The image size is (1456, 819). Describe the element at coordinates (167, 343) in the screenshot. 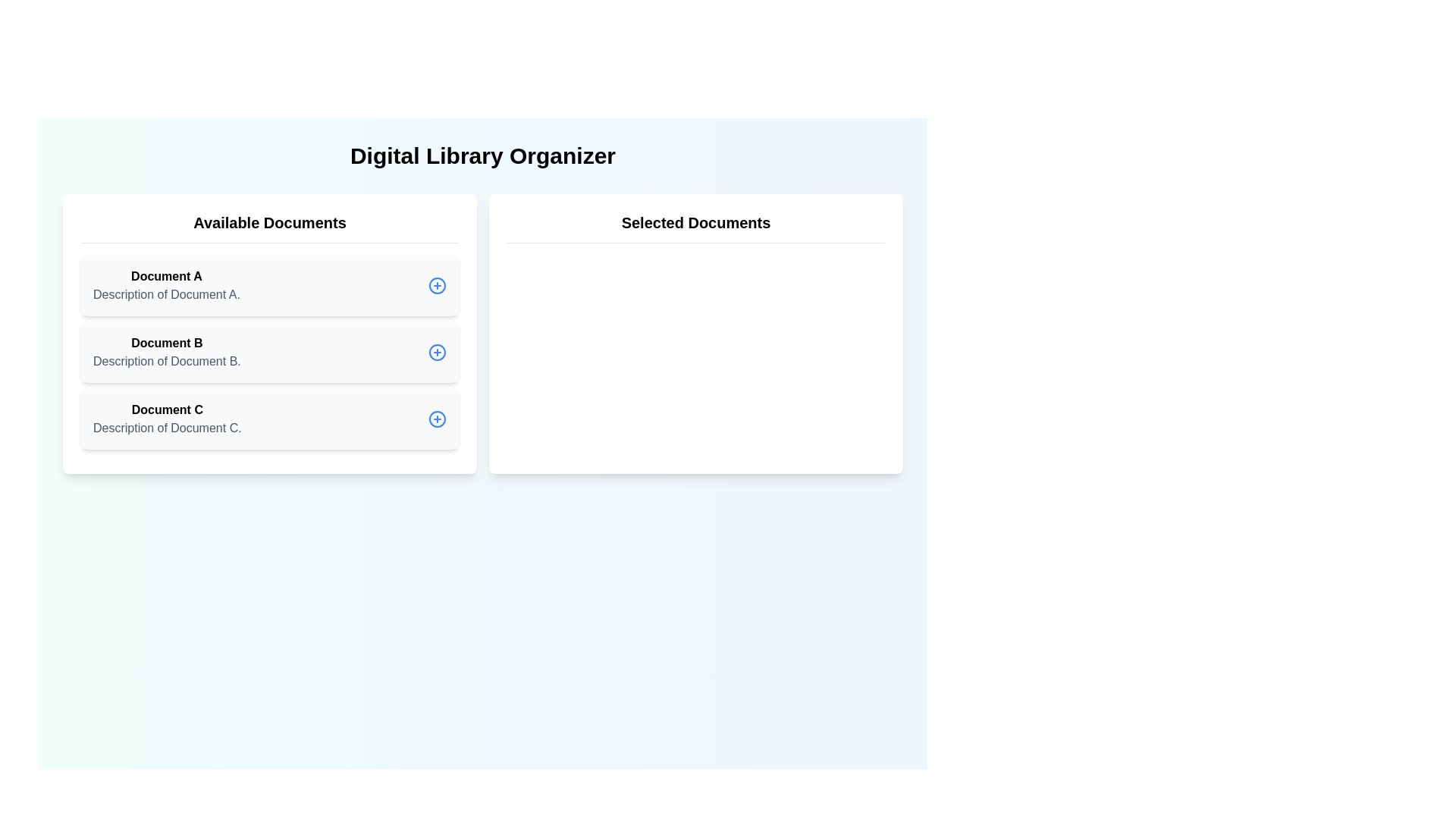

I see `the bold text label 'Document B' located in the 'Available Documents' section` at that location.